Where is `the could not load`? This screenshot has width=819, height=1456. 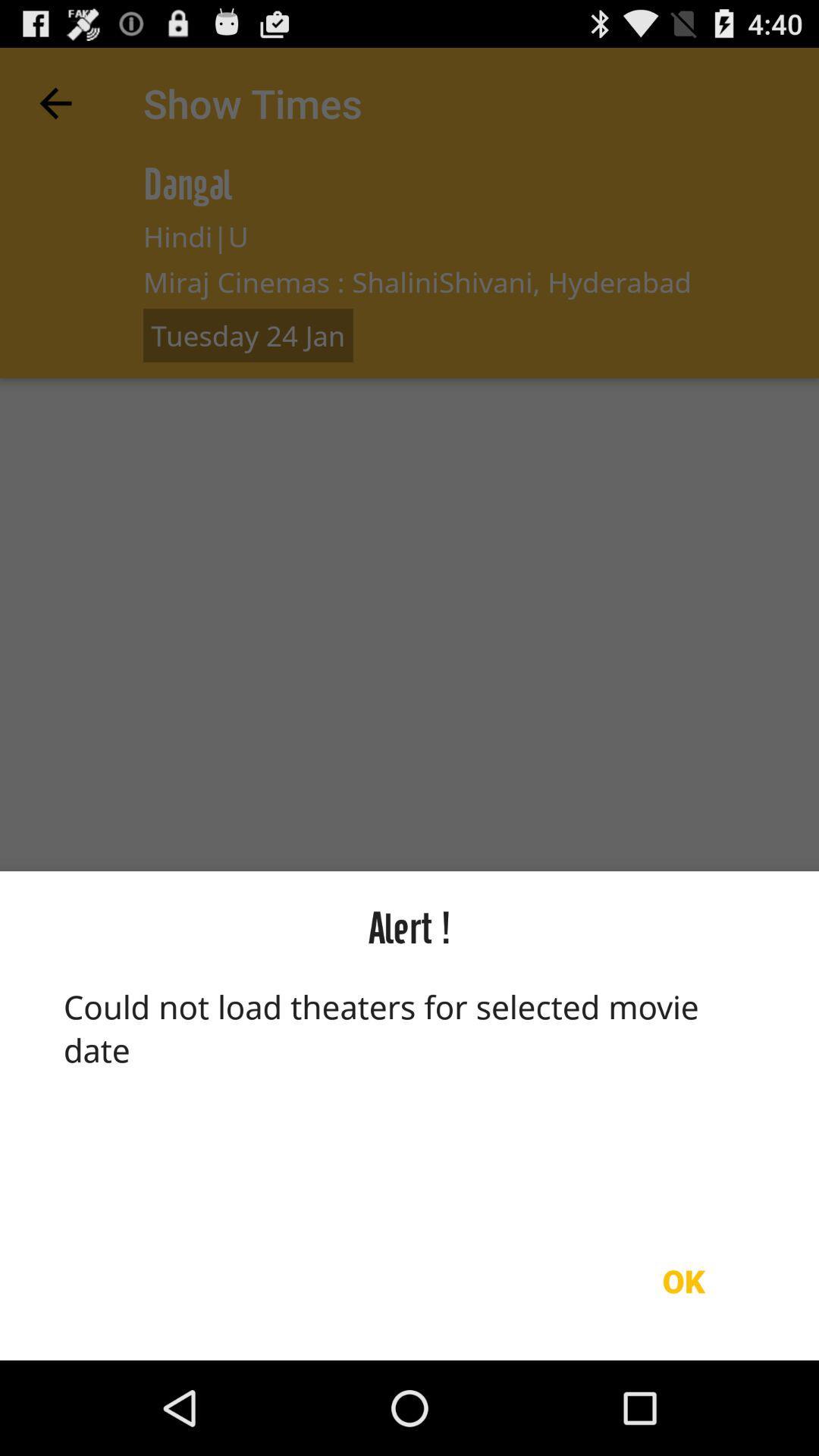 the could not load is located at coordinates (409, 1093).